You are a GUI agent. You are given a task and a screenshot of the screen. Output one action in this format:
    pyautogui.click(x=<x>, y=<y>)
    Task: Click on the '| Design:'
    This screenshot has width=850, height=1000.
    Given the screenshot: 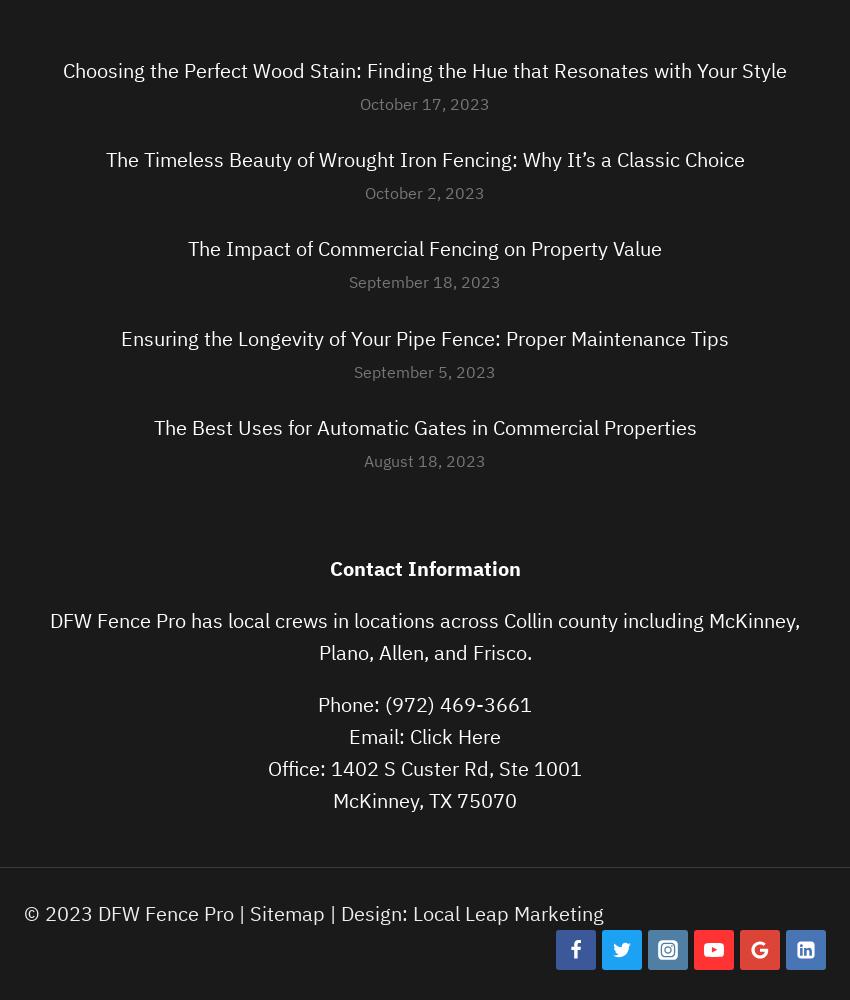 What is the action you would take?
    pyautogui.click(x=367, y=913)
    